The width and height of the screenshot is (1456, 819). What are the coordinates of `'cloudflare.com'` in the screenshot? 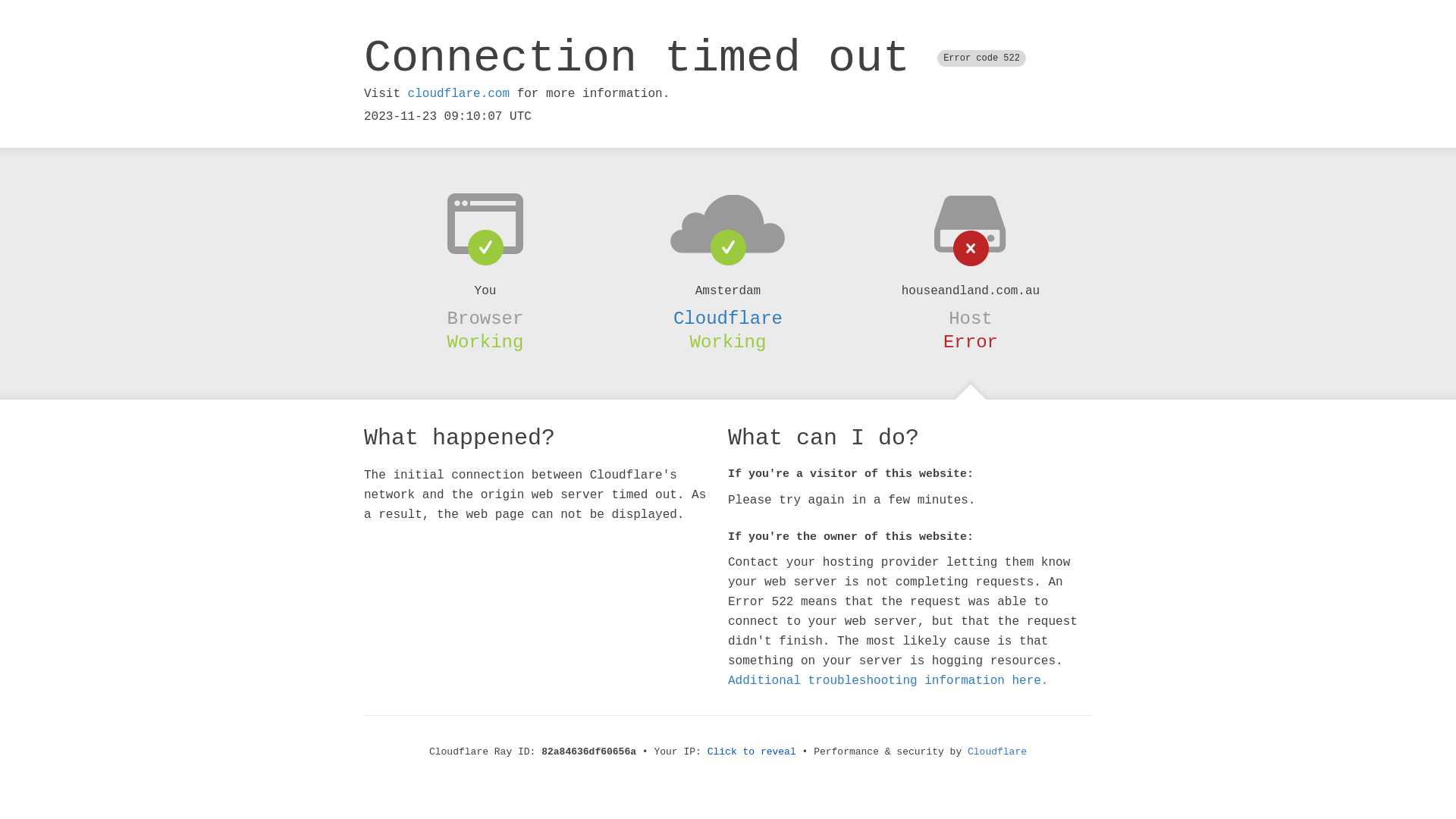 It's located at (457, 93).